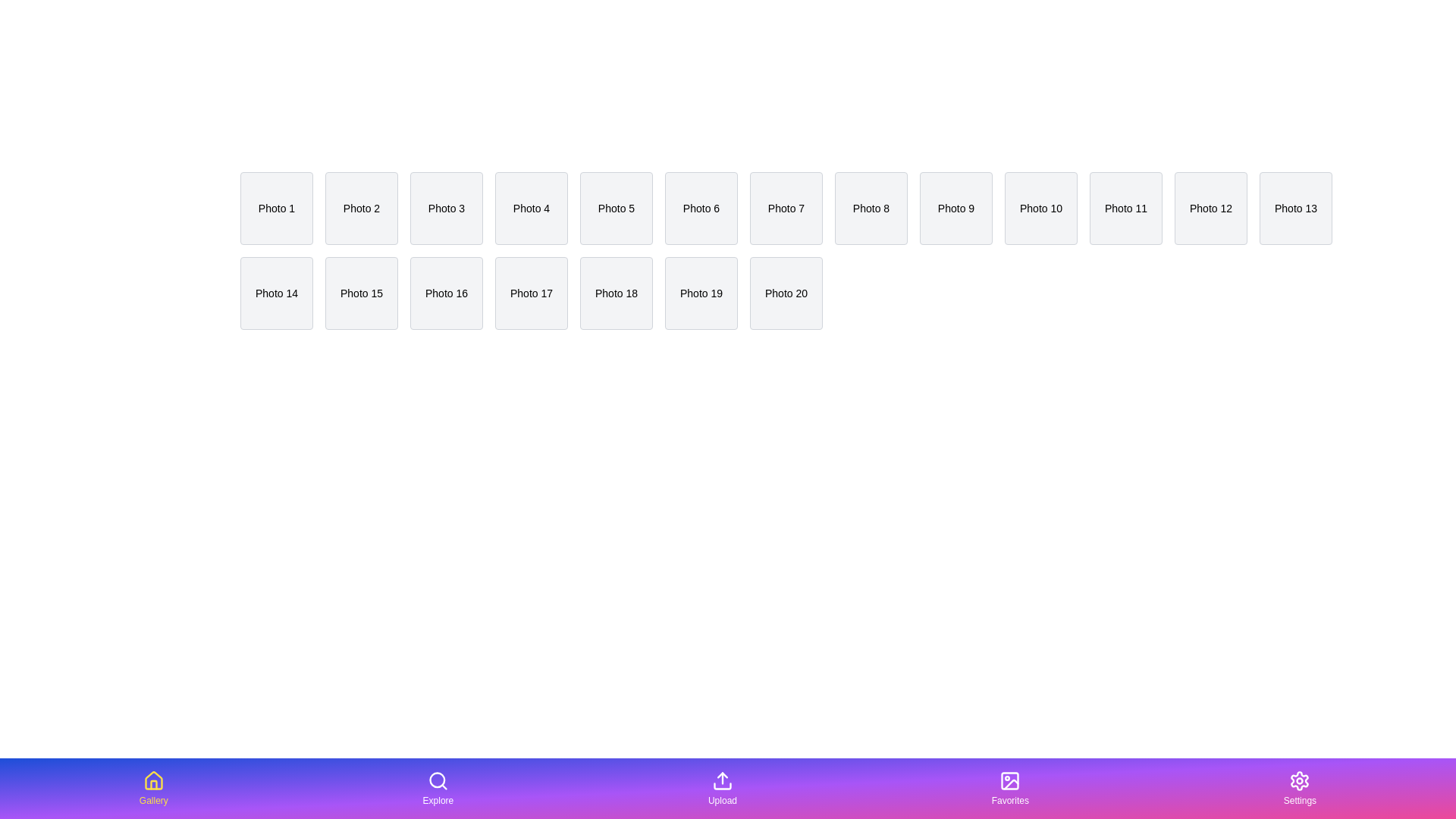 This screenshot has width=1456, height=819. What do you see at coordinates (1298, 788) in the screenshot?
I see `the tab labeled Settings in the bottom navigation bar` at bounding box center [1298, 788].